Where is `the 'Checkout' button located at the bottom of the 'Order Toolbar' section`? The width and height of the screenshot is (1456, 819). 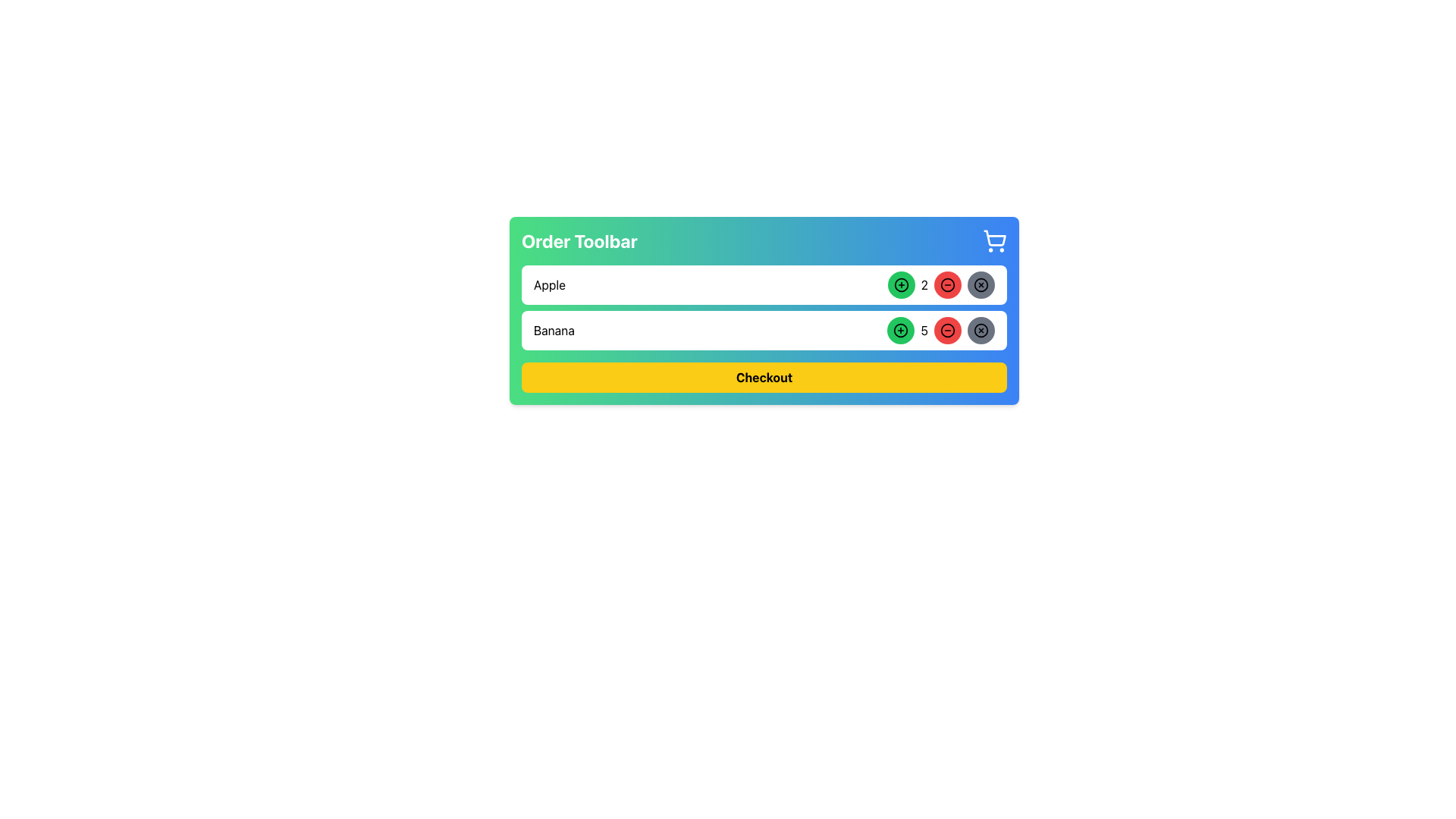
the 'Checkout' button located at the bottom of the 'Order Toolbar' section is located at coordinates (764, 376).